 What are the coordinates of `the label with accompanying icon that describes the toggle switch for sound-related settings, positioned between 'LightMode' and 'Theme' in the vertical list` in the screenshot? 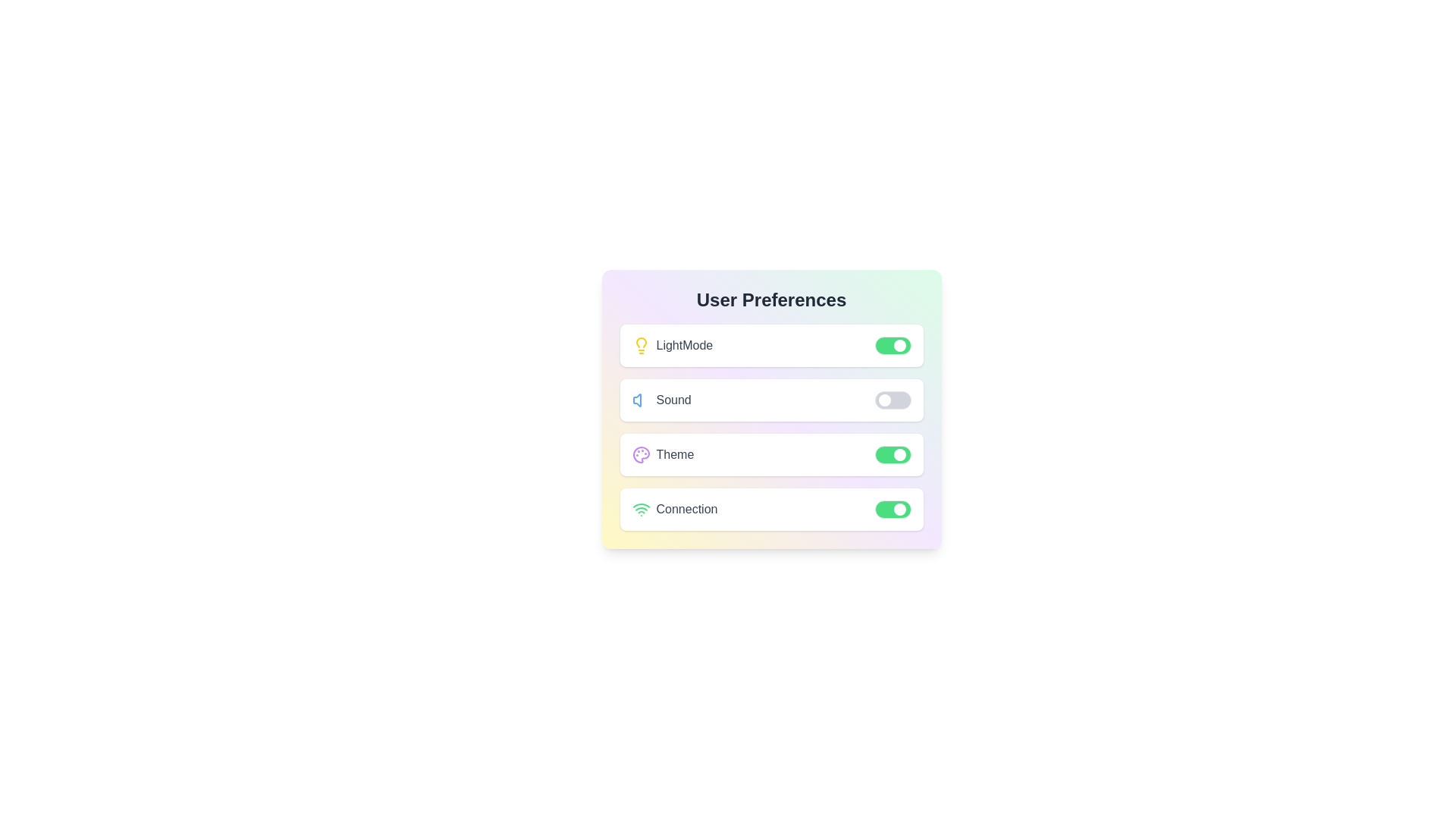 It's located at (661, 400).